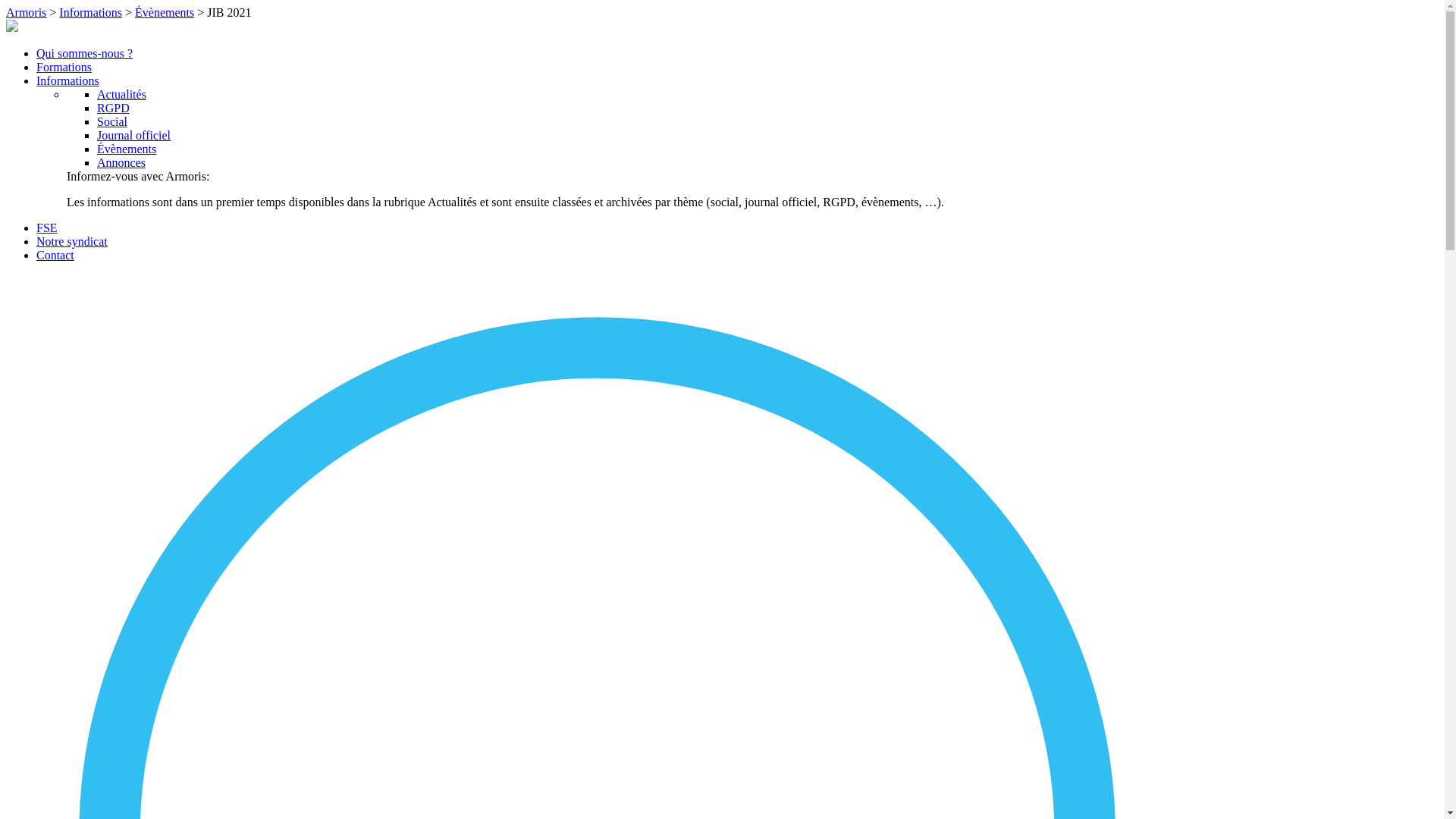  What do you see at coordinates (26, 12) in the screenshot?
I see `'Armoris'` at bounding box center [26, 12].